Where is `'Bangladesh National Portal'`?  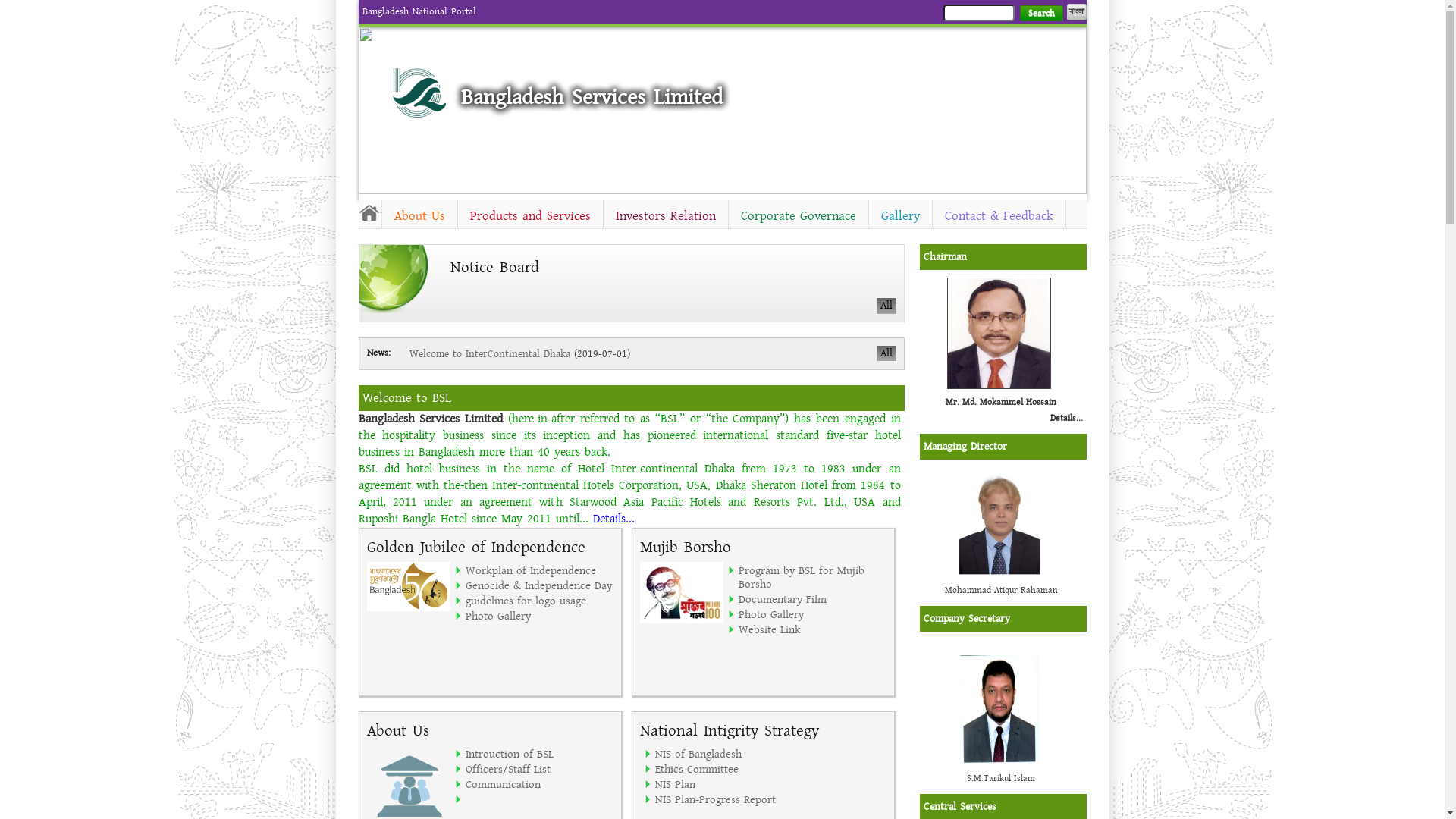
'Bangladesh National Portal' is located at coordinates (419, 11).